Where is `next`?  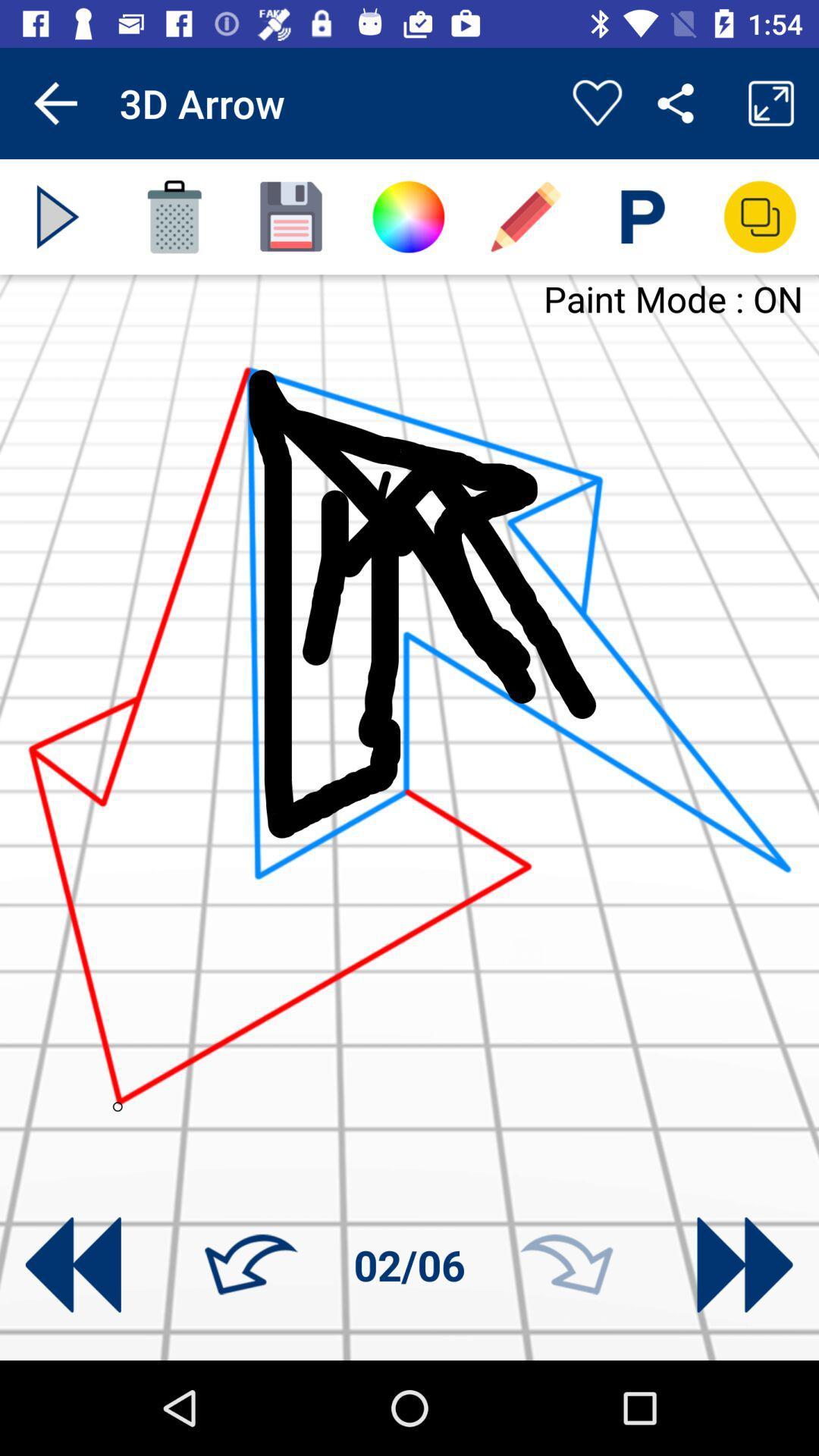 next is located at coordinates (566, 1265).